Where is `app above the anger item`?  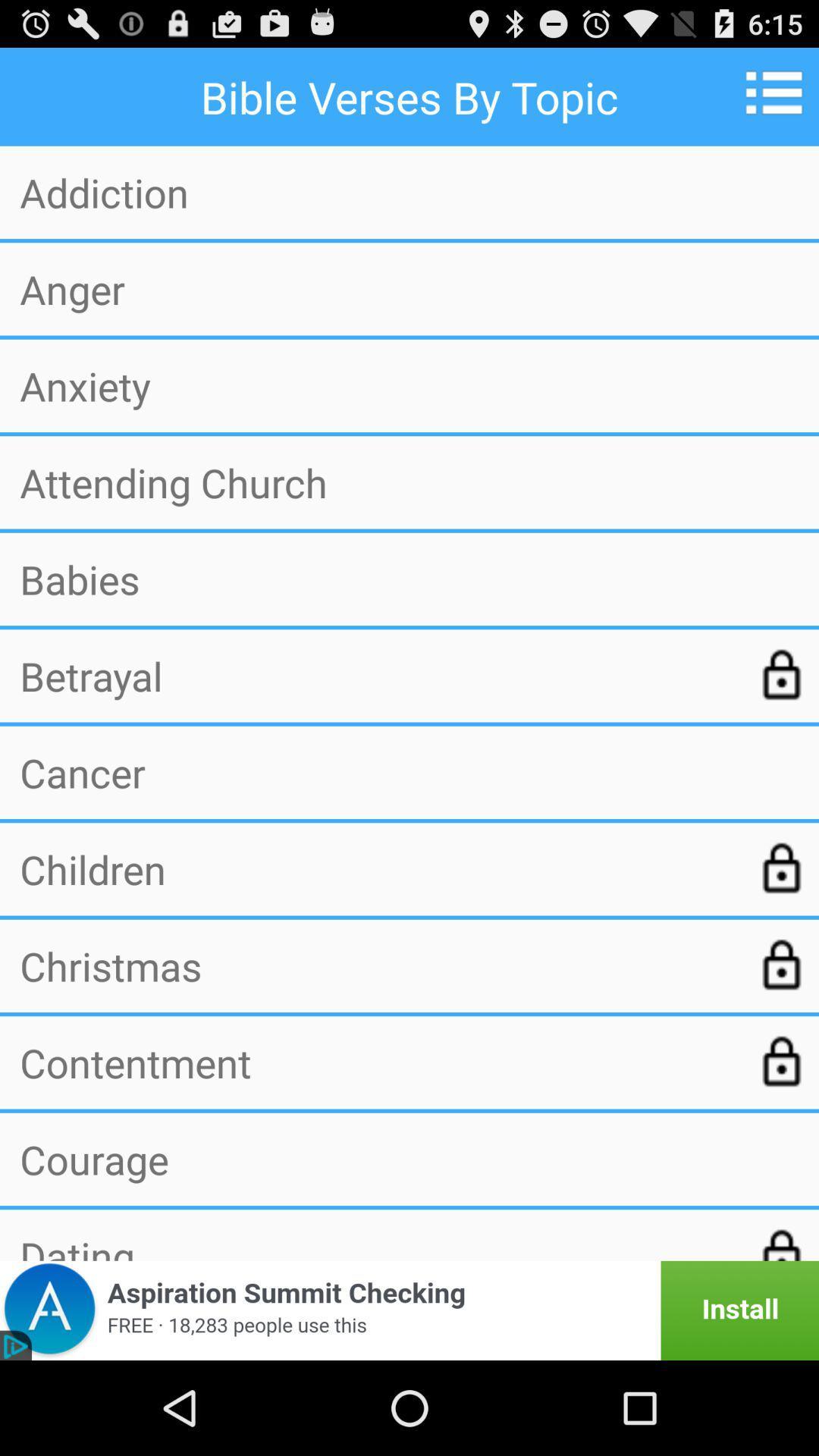 app above the anger item is located at coordinates (409, 191).